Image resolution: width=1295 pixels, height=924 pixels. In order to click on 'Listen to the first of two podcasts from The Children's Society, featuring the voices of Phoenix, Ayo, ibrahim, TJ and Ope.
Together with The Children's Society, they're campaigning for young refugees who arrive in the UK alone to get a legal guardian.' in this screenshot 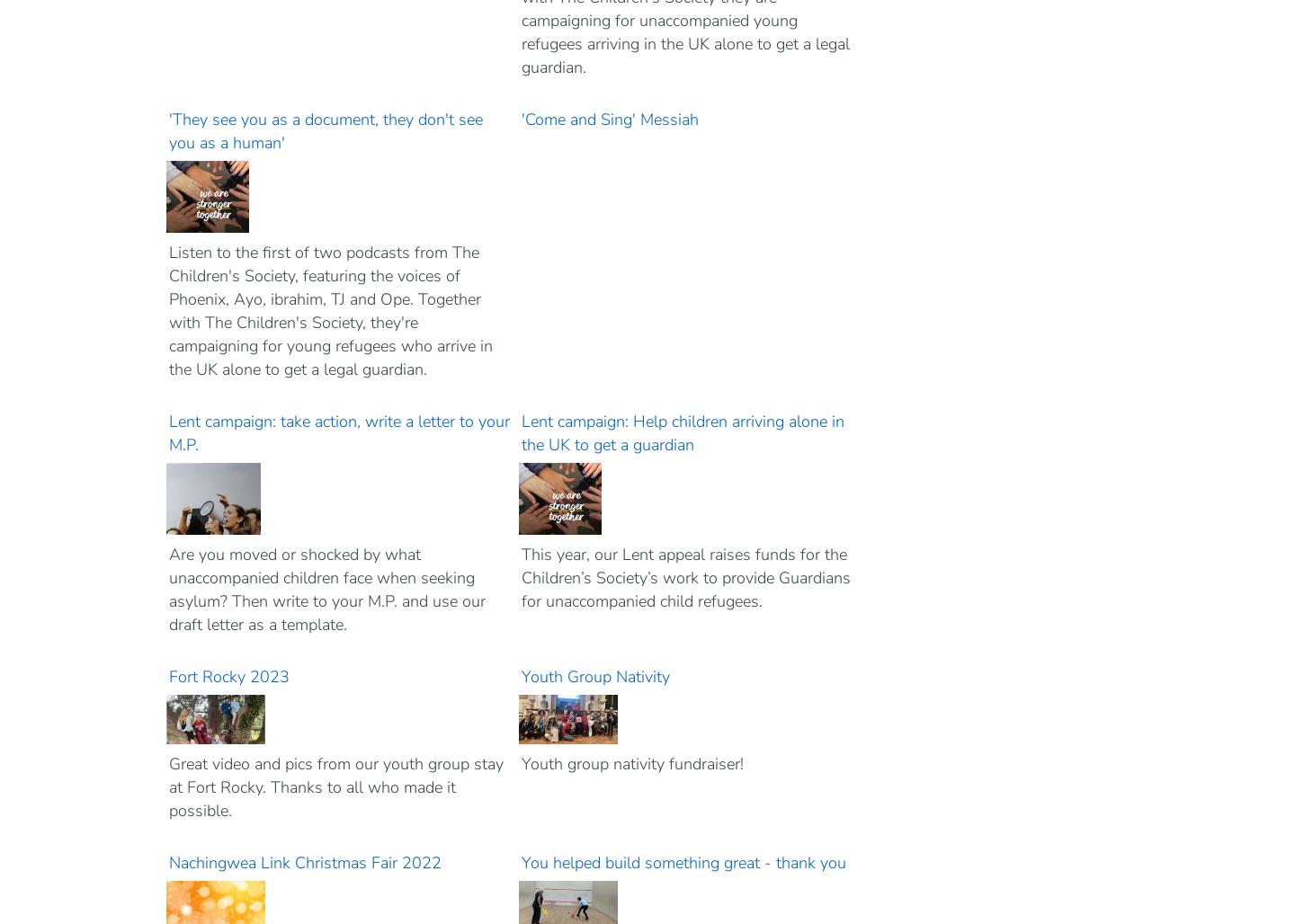, I will do `click(330, 310)`.